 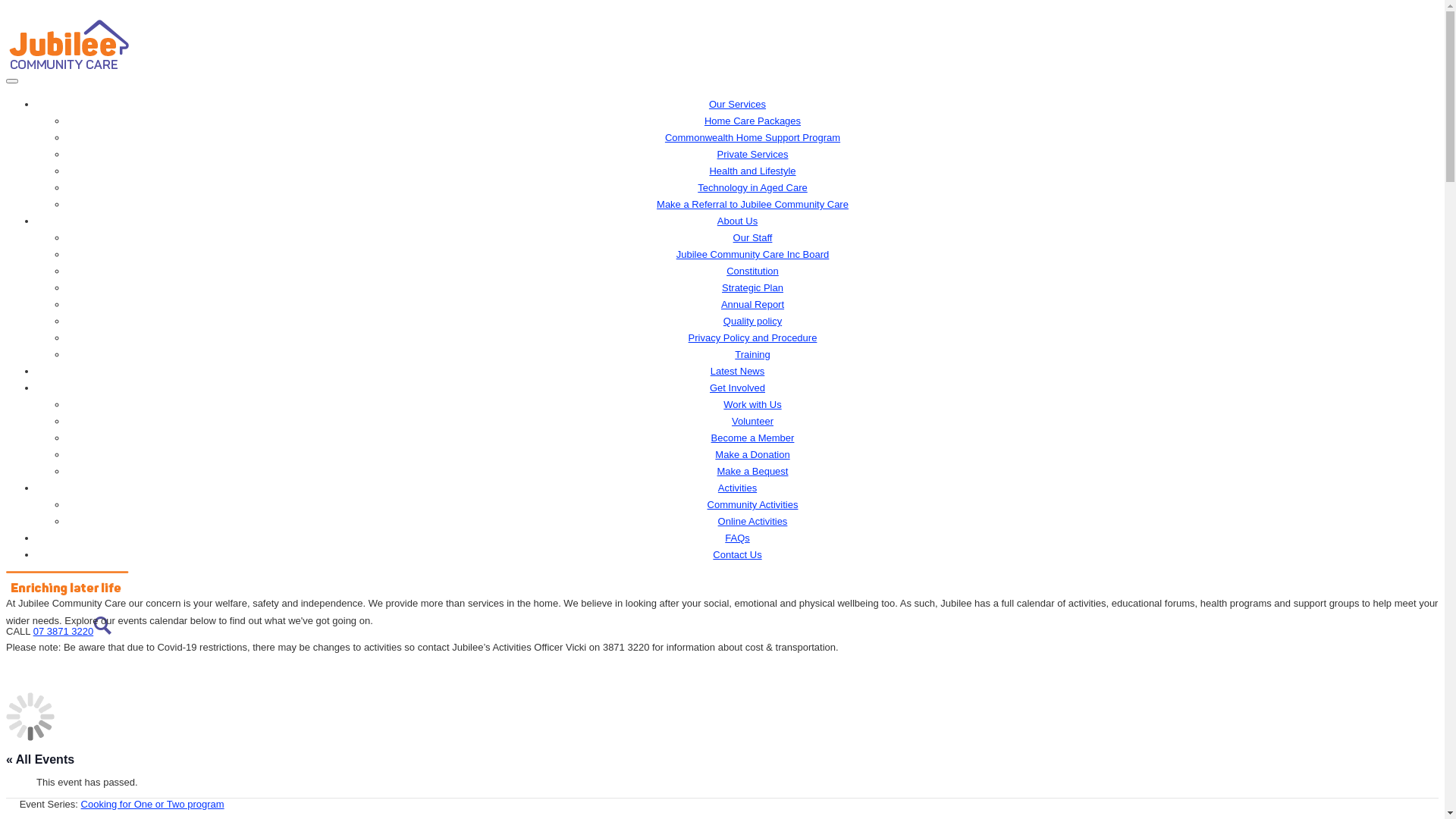 What do you see at coordinates (11, 81) in the screenshot?
I see `'Toggle navigation'` at bounding box center [11, 81].